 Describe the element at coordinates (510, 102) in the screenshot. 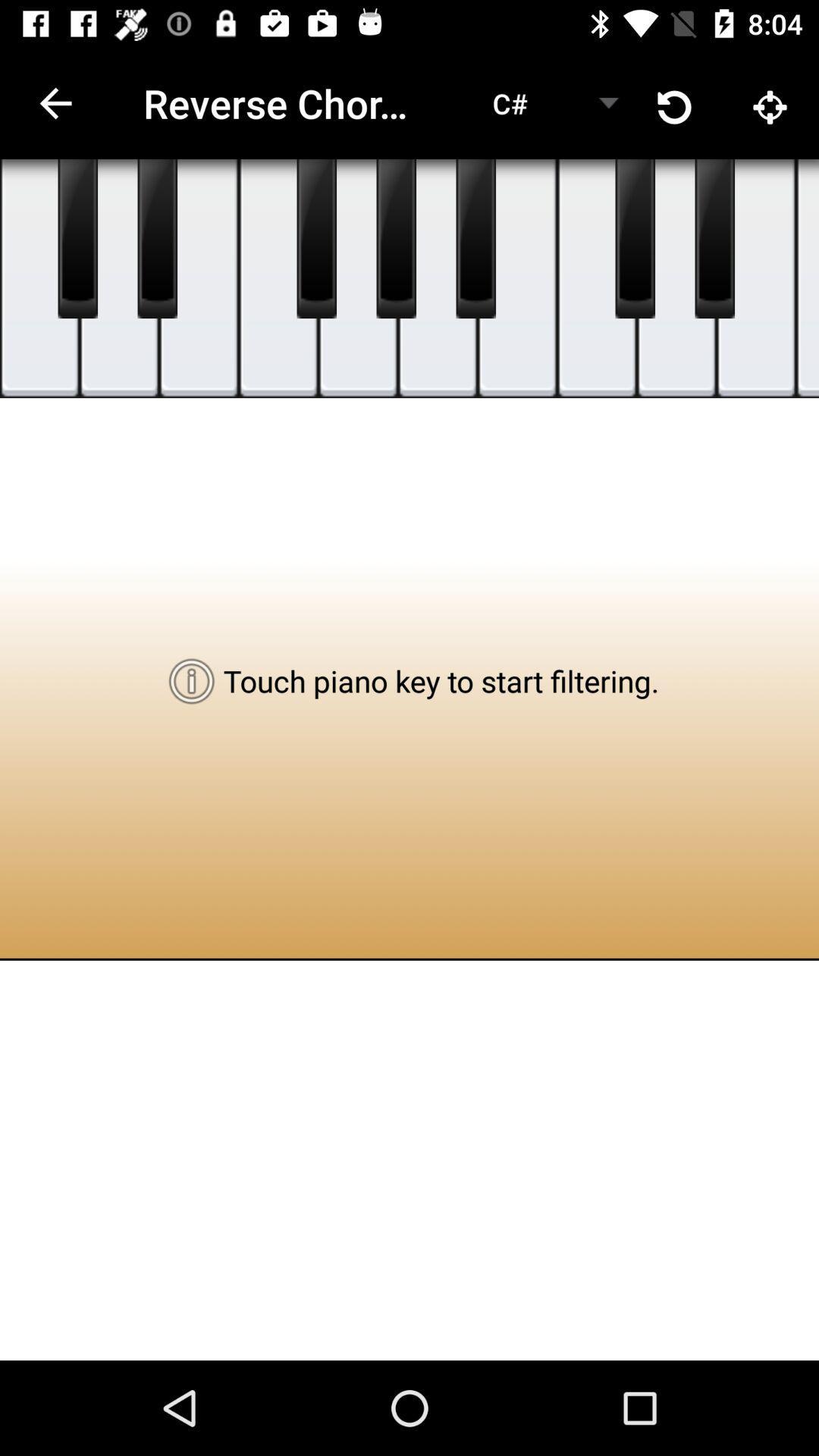

I see `c# icon` at that location.